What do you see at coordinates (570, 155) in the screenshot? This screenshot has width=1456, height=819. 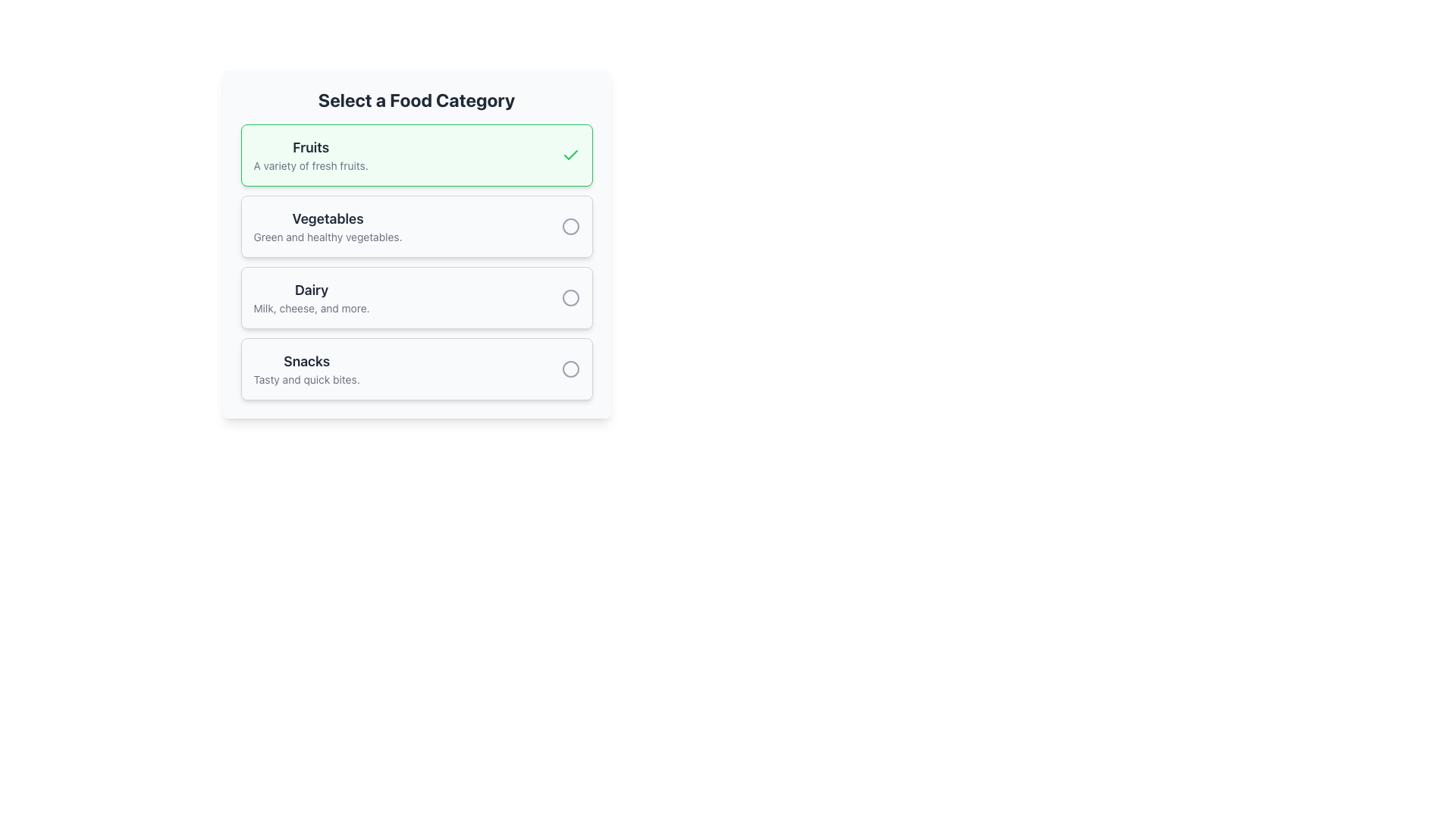 I see `the green checkmark icon located in the upper-right corner of the 'Fruits' selection card` at bounding box center [570, 155].